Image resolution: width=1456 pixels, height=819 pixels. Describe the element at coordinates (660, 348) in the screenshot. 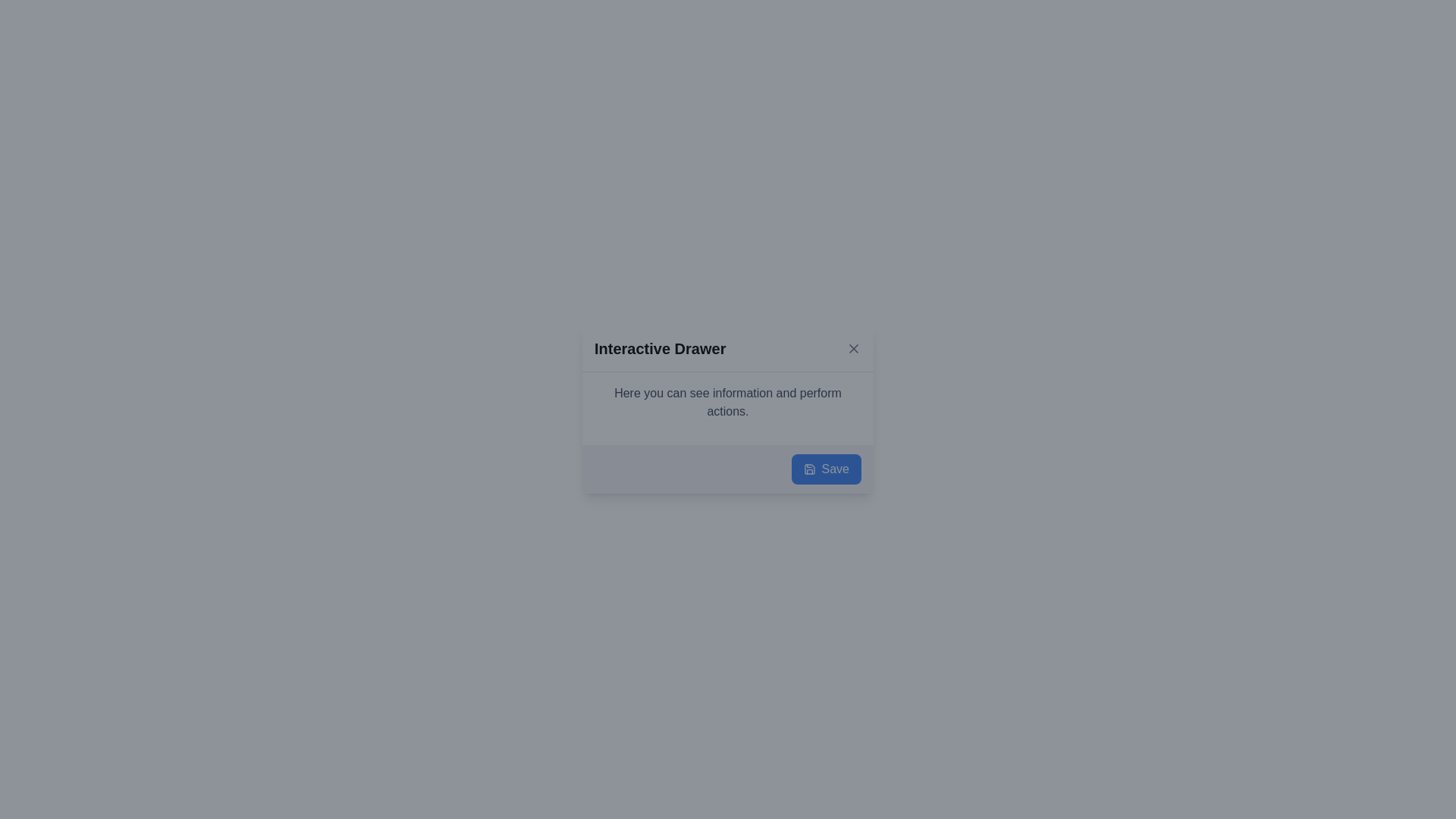

I see `text label 'Interactive Drawer' which is styled with a bold font and located at the top-left area of the header section in the dialog or drawer` at that location.